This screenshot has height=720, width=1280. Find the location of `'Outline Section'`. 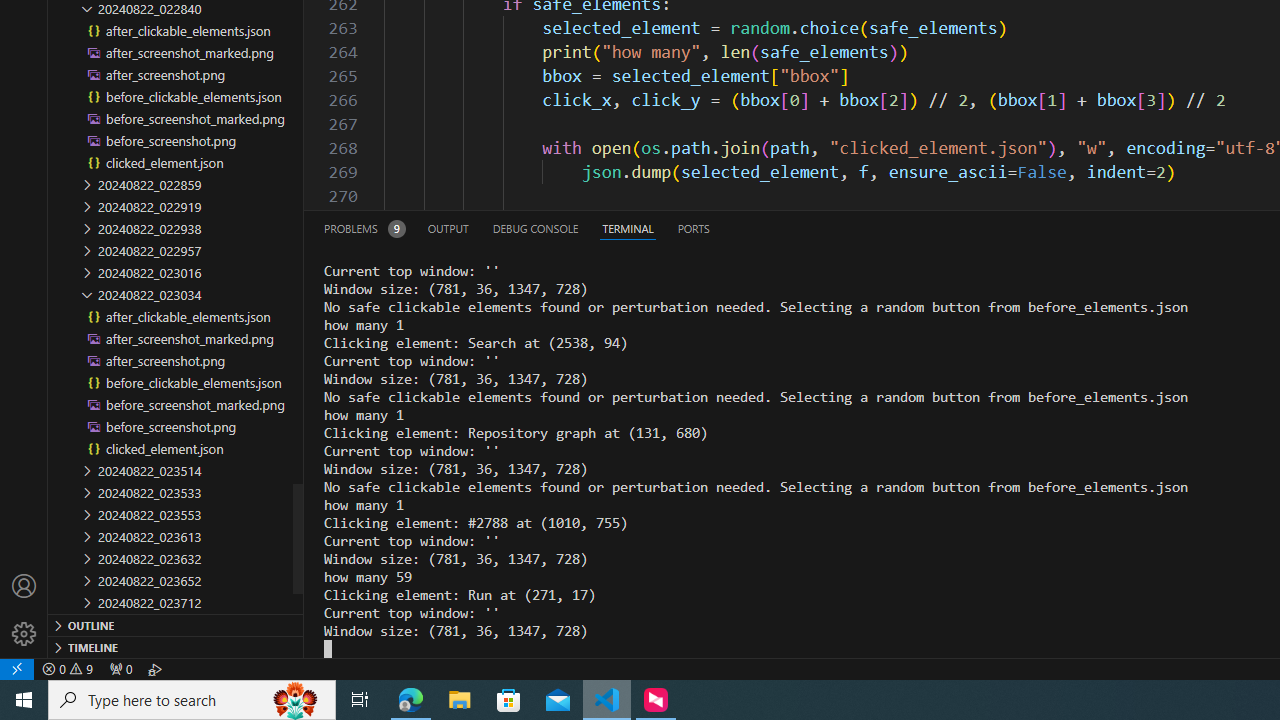

'Outline Section' is located at coordinates (176, 623).